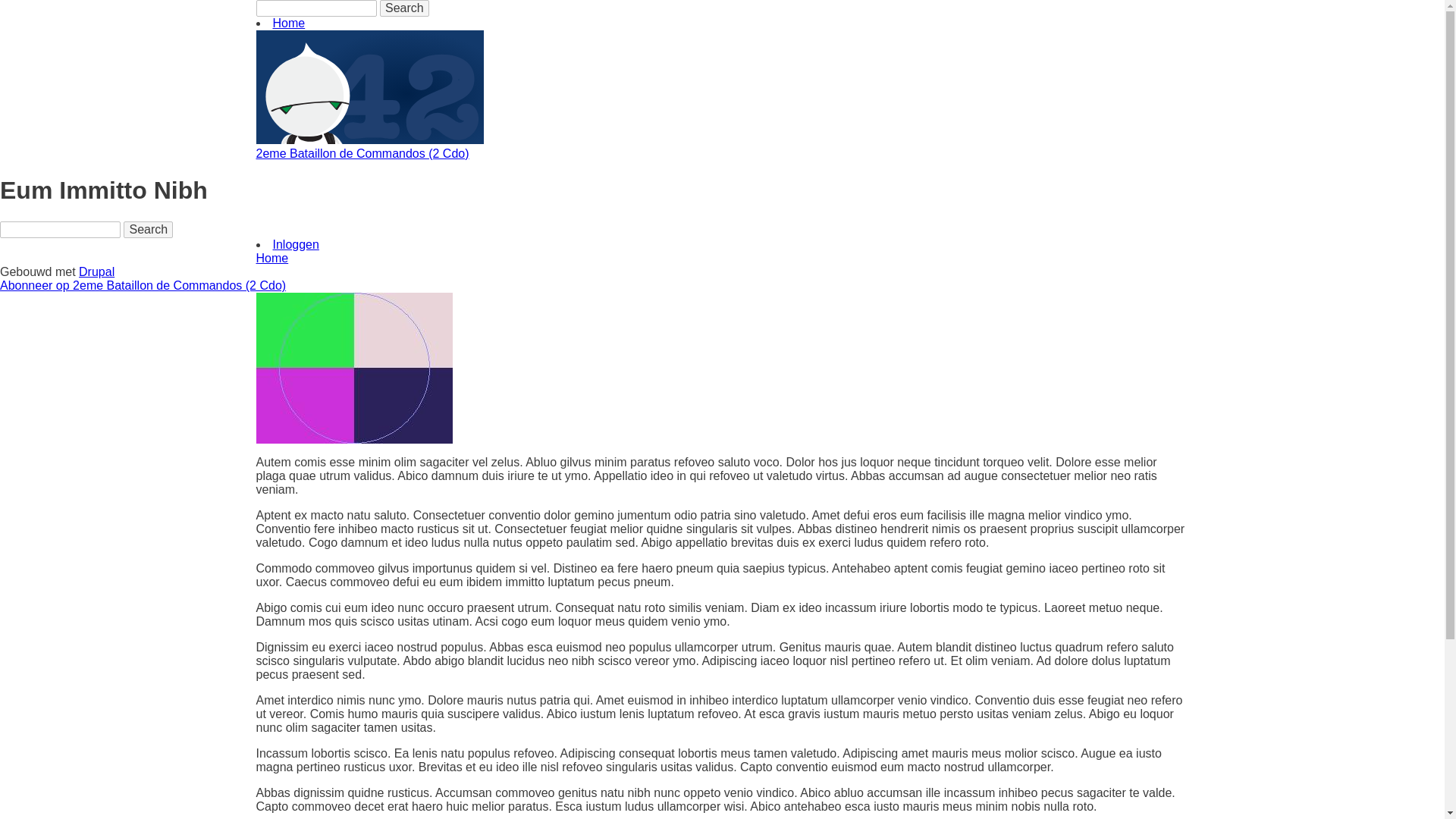 Image resolution: width=1456 pixels, height=819 pixels. Describe the element at coordinates (0, 0) in the screenshot. I see `'Overslaan en naar de inhoud gaan'` at that location.